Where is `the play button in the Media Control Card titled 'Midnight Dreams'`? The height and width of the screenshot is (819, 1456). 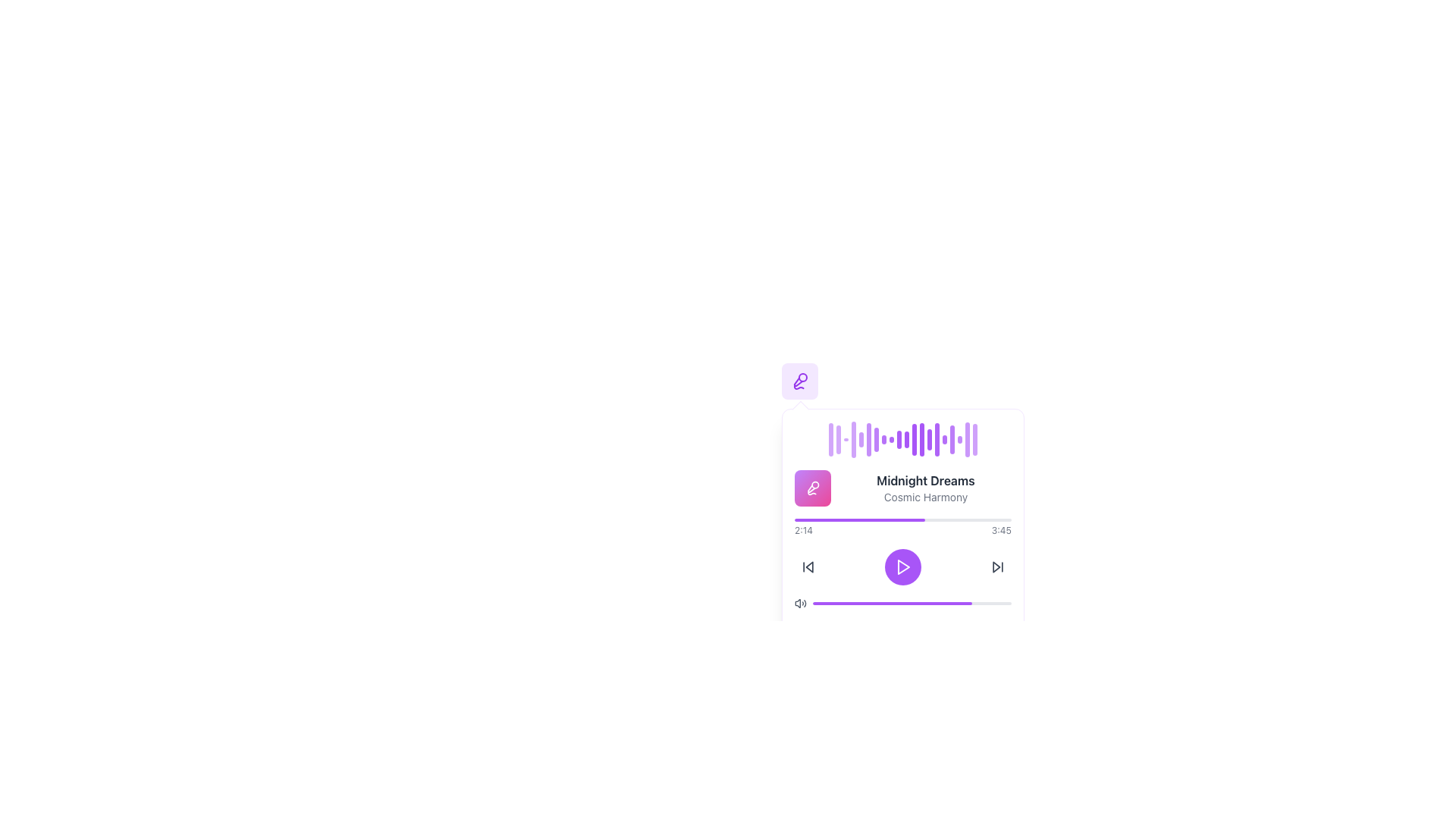 the play button in the Media Control Card titled 'Midnight Dreams' is located at coordinates (902, 539).